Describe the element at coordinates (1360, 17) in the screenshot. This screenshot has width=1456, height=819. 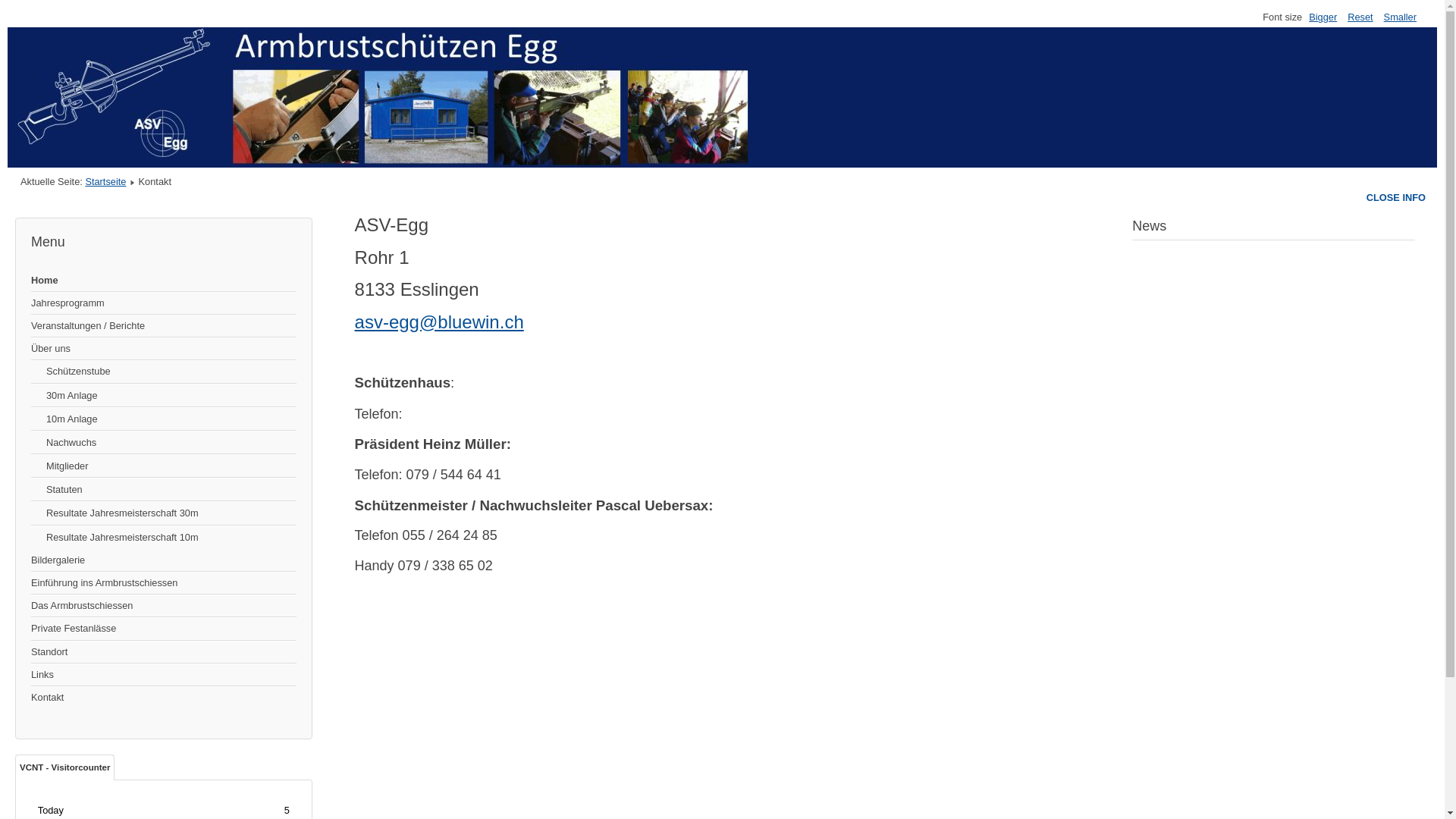
I see `'Reset'` at that location.